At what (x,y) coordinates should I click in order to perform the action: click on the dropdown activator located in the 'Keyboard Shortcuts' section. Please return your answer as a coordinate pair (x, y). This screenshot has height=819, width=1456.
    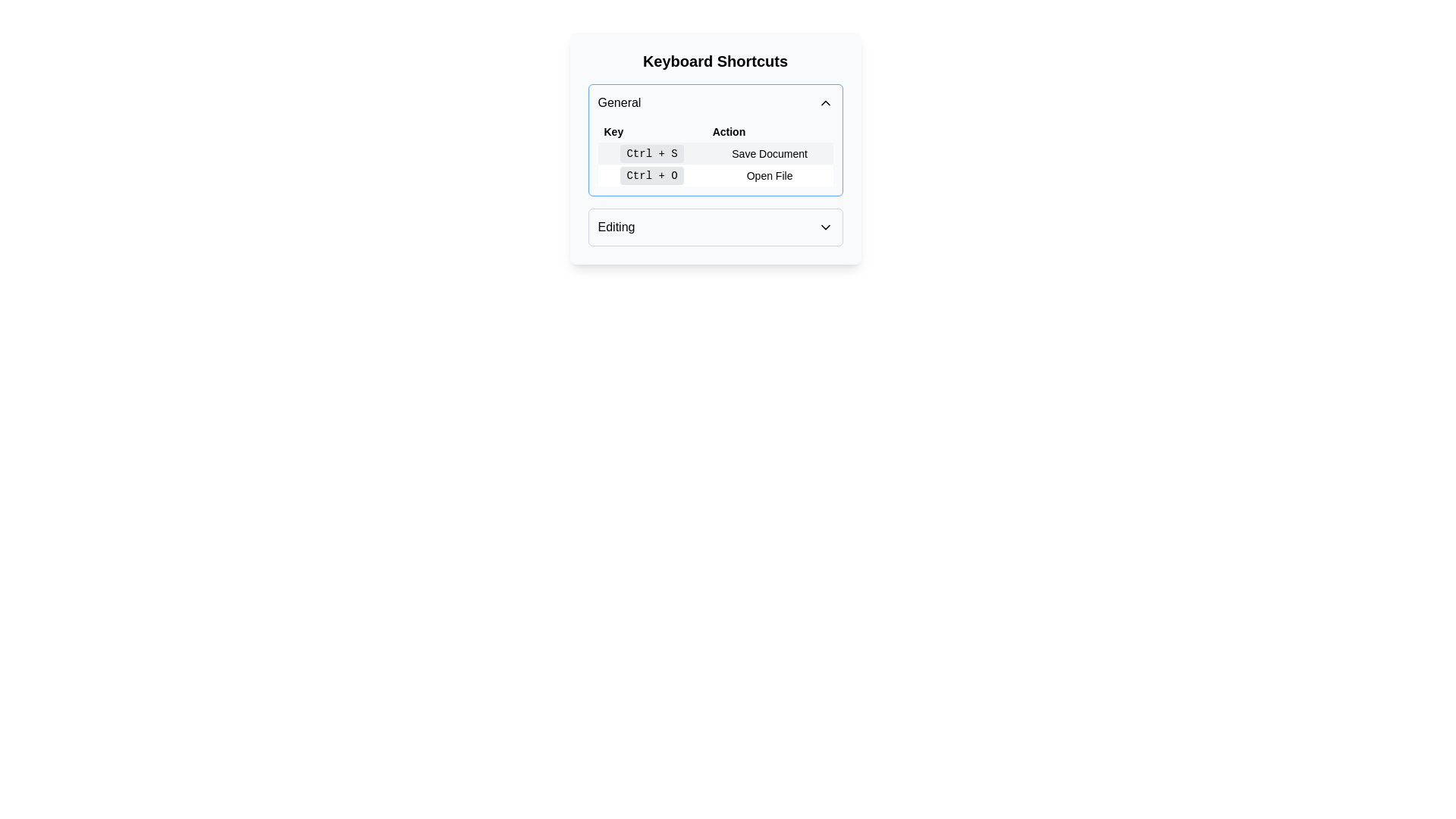
    Looking at the image, I should click on (714, 227).